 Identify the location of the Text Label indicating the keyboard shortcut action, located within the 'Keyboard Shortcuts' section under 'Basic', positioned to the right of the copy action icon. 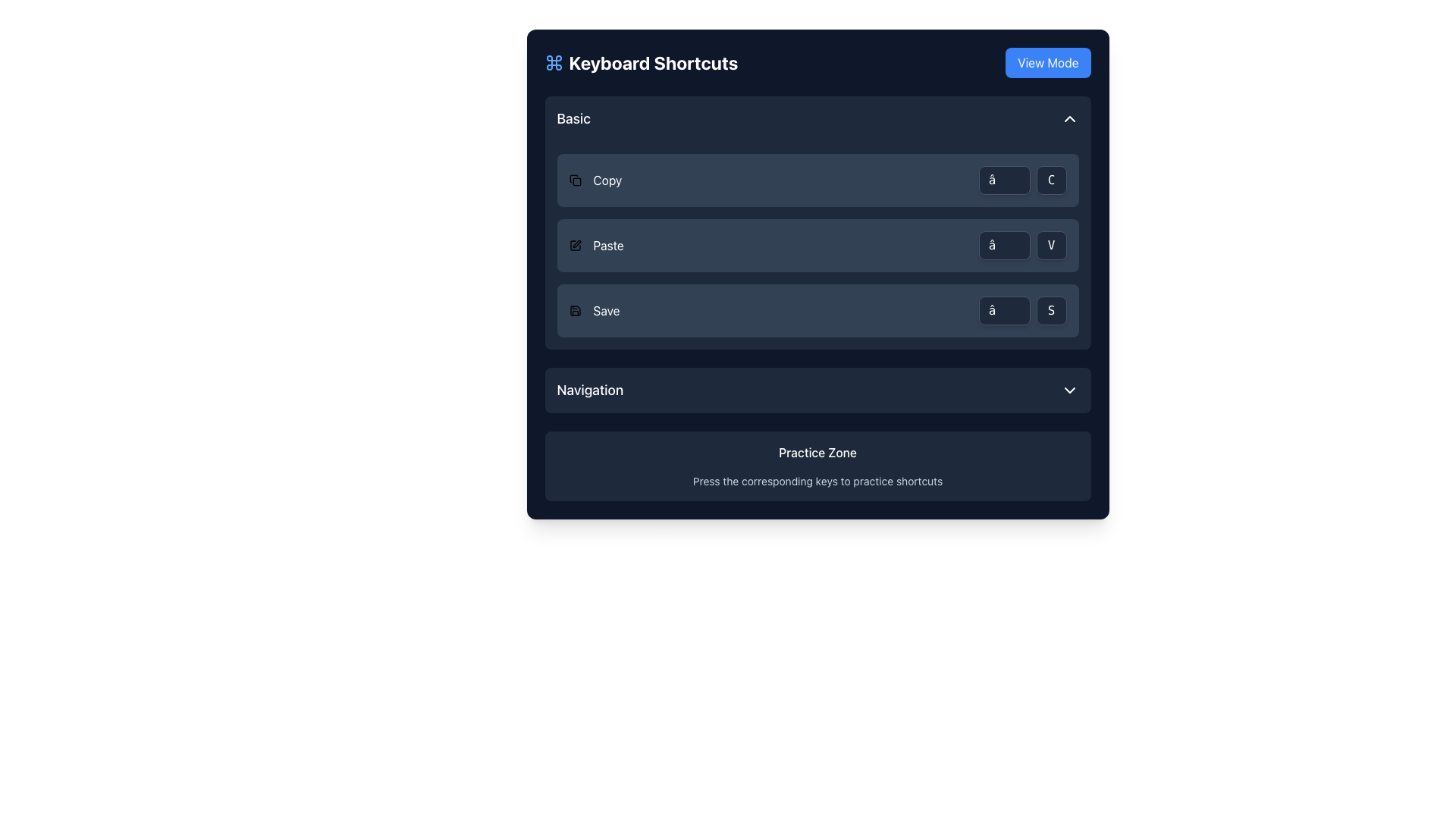
(607, 180).